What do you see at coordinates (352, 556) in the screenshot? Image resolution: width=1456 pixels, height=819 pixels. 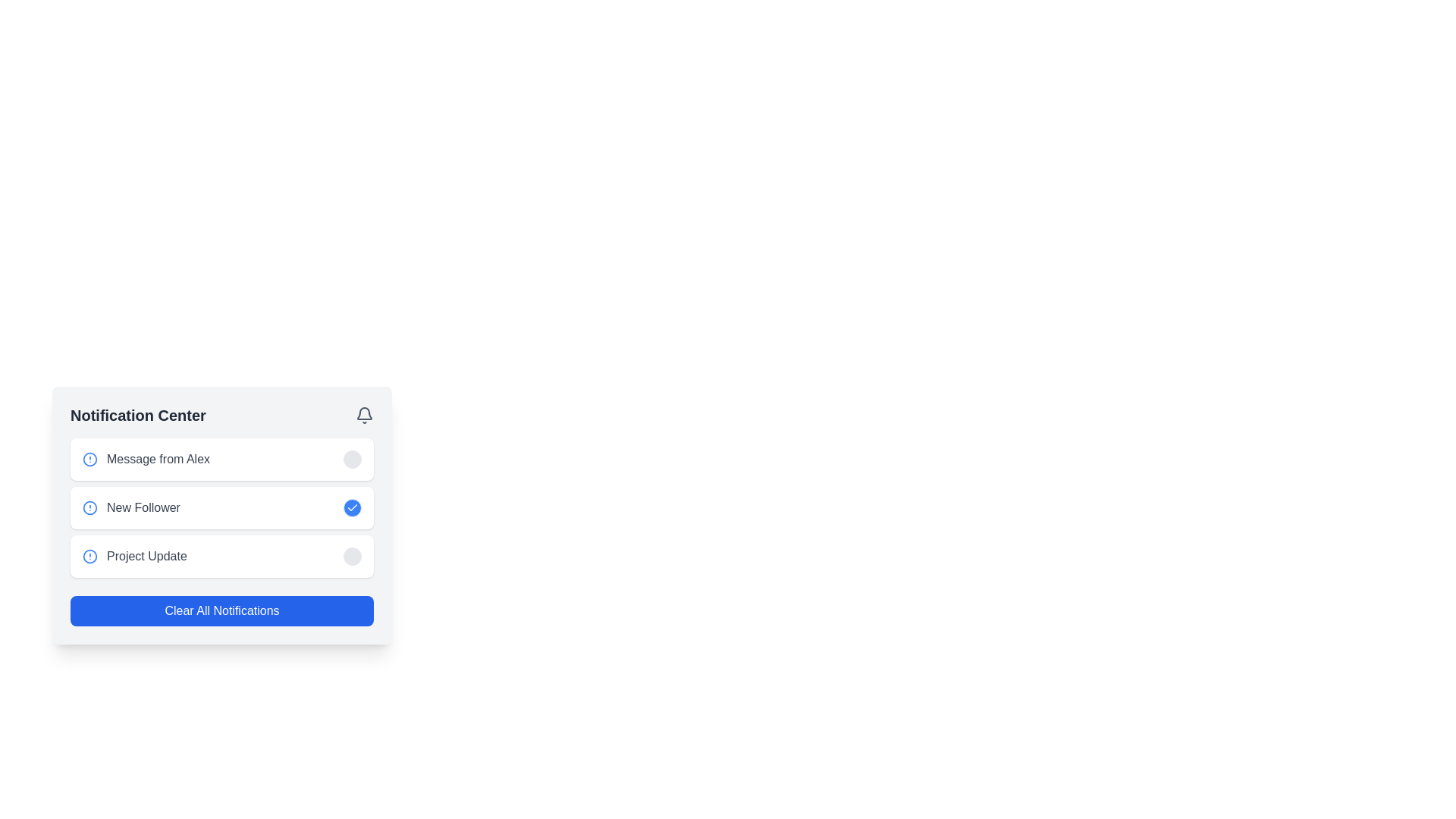 I see `the circular button with a light gray background located on the right side of the 'Project Update' notification block at the bottom of the notification list` at bounding box center [352, 556].